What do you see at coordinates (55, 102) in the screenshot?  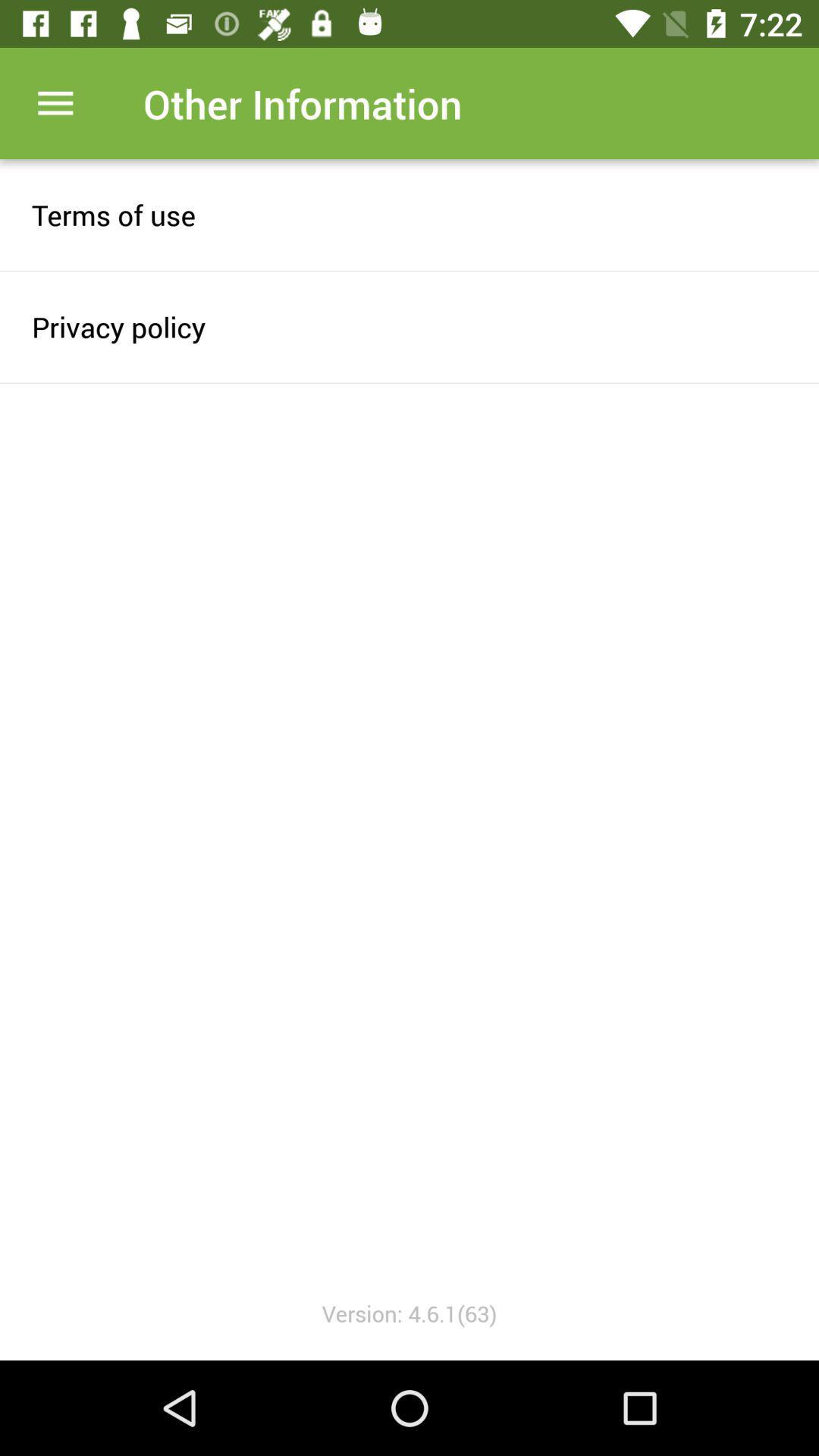 I see `item above the terms of use` at bounding box center [55, 102].